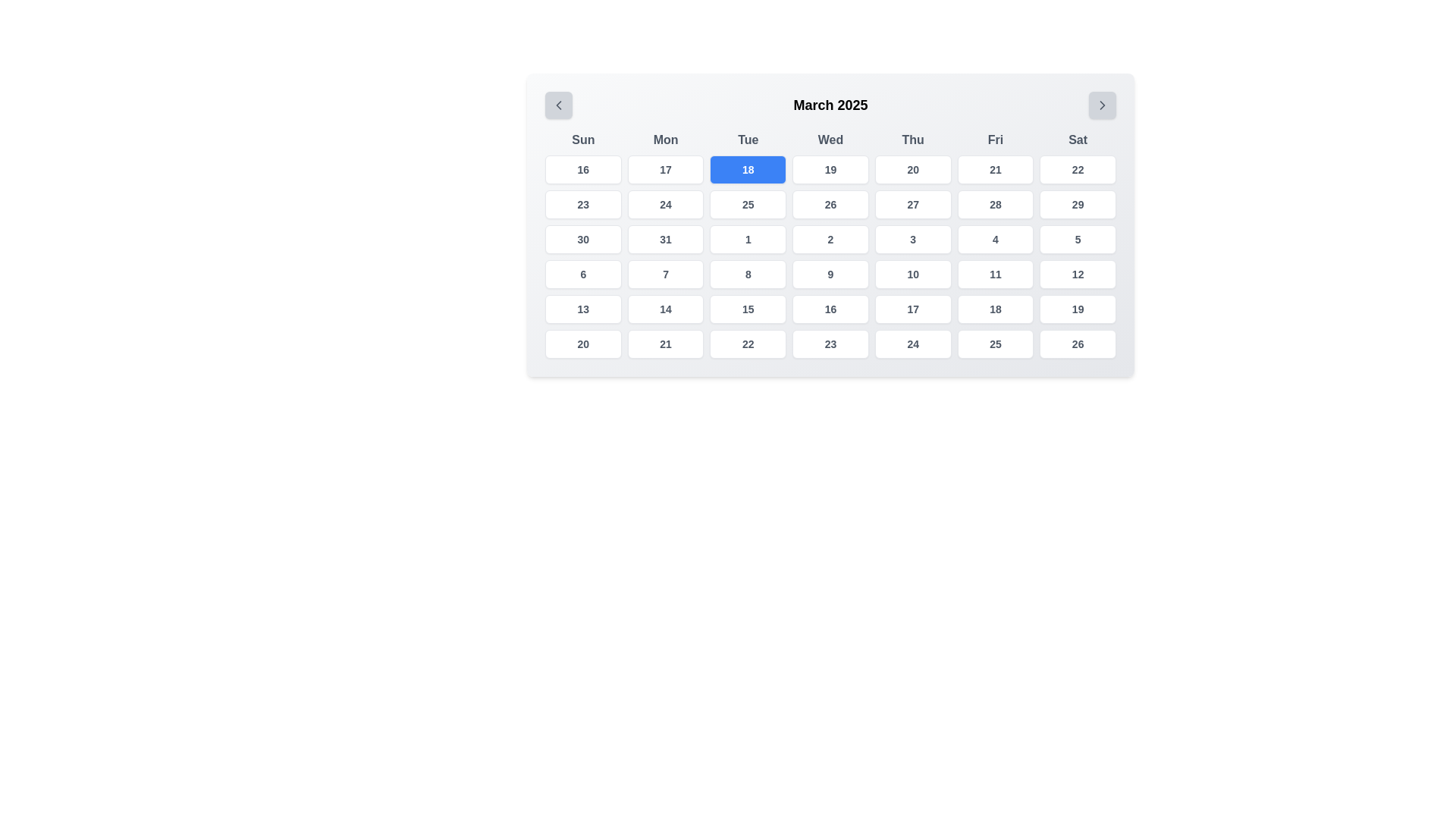  Describe the element at coordinates (830, 344) in the screenshot. I see `the calendar date element displaying the number '23', which is a static content box with rounded corners, part of a grid layout, located in the fifth row and fourth column below the header 'Wed'` at that location.